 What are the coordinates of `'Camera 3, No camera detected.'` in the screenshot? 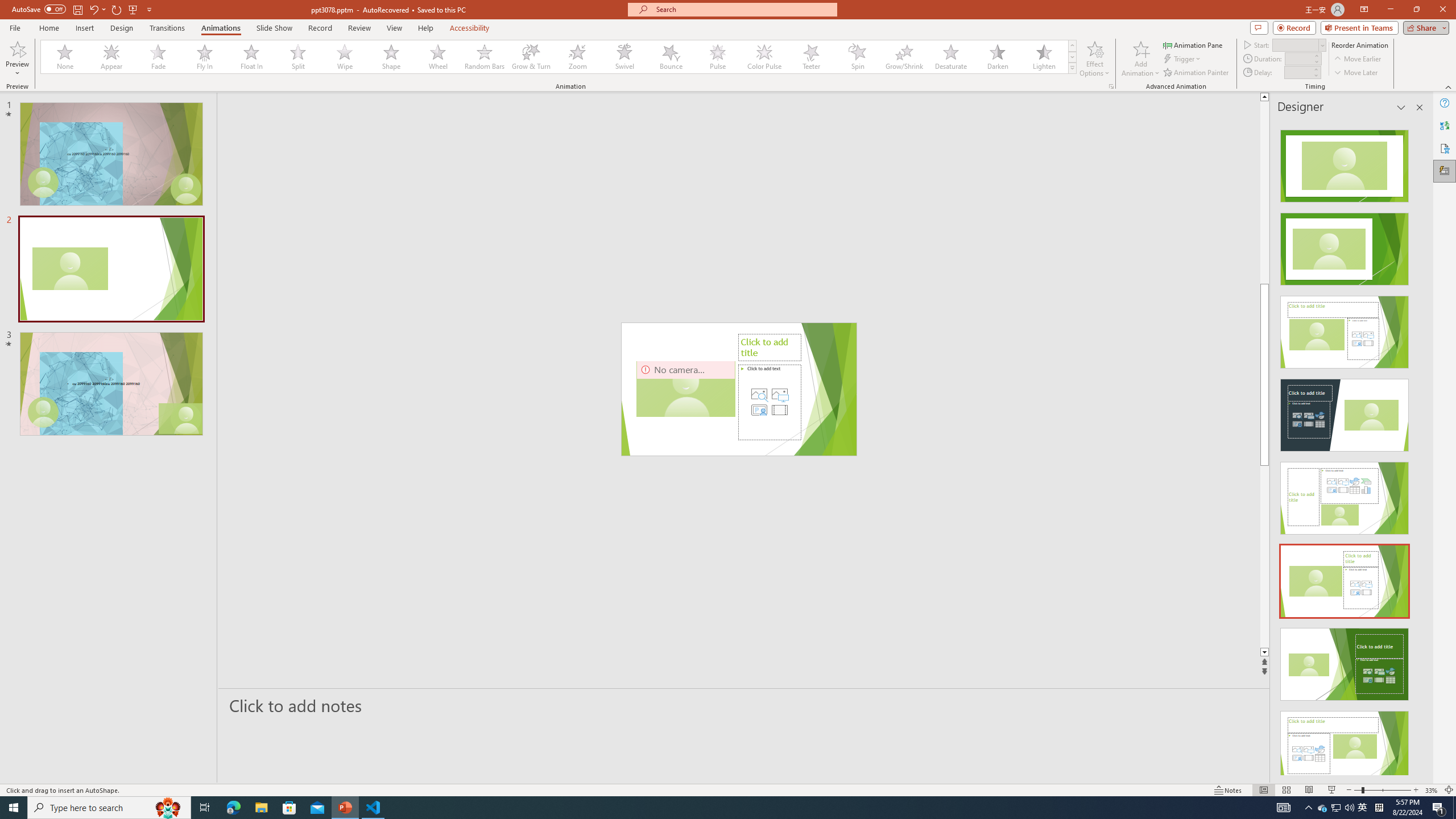 It's located at (685, 388).